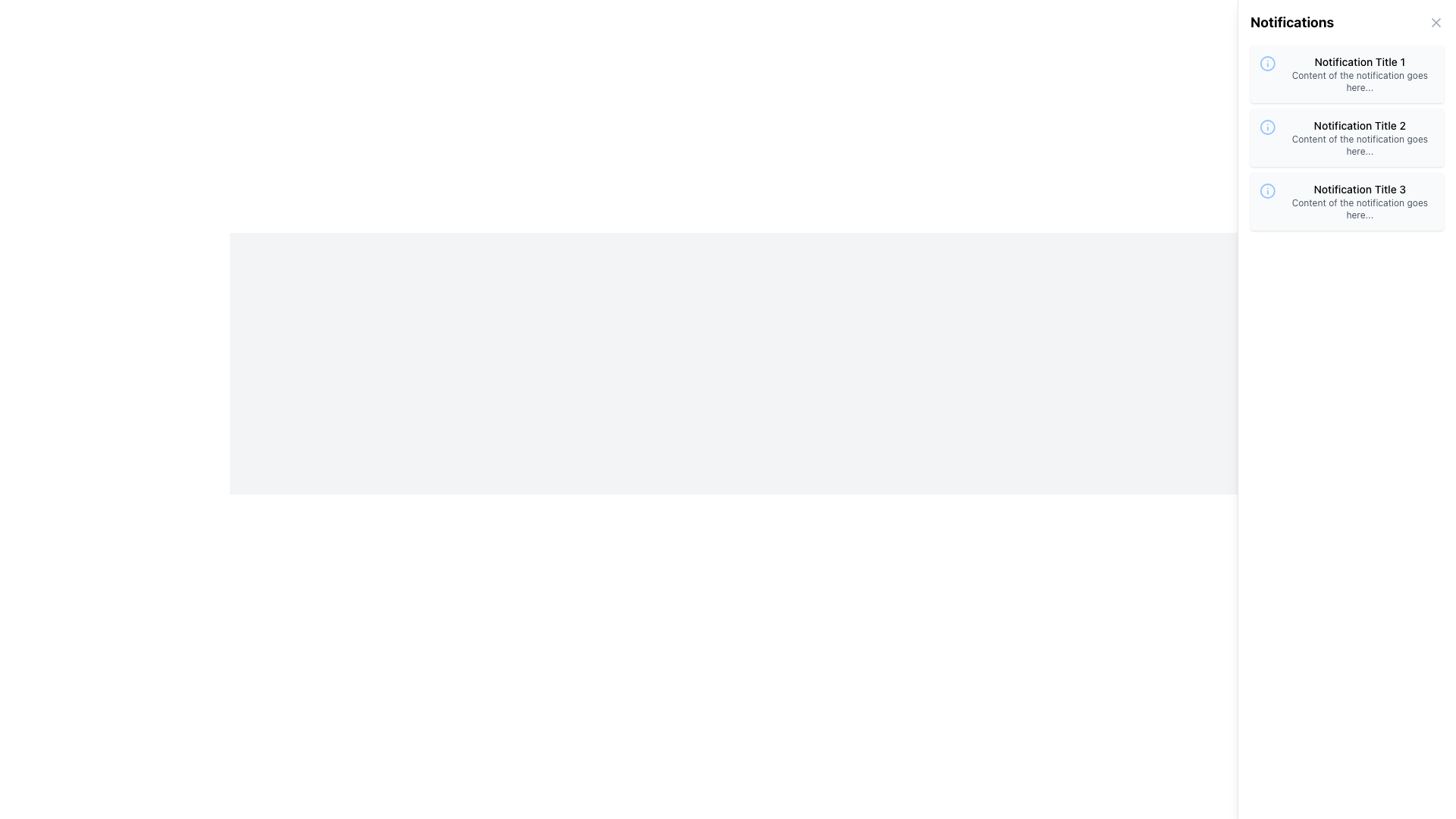 The height and width of the screenshot is (819, 1456). What do you see at coordinates (1436, 23) in the screenshot?
I see `the bottom-left to top-right diagonal line of the 'X' icon located in the top-right corner of the notification panel` at bounding box center [1436, 23].